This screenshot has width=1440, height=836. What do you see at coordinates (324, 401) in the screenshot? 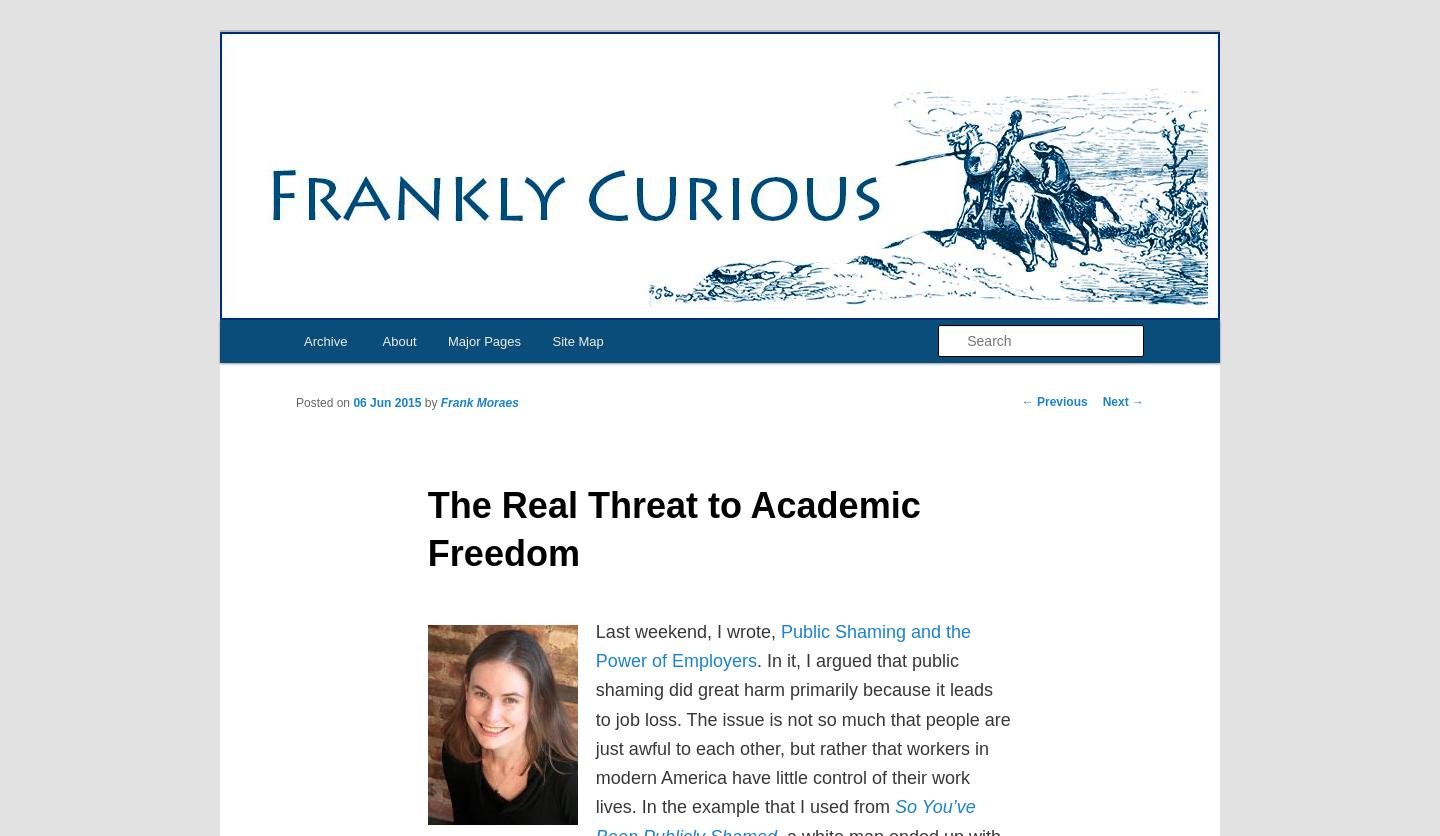
I see `'Posted on'` at bounding box center [324, 401].